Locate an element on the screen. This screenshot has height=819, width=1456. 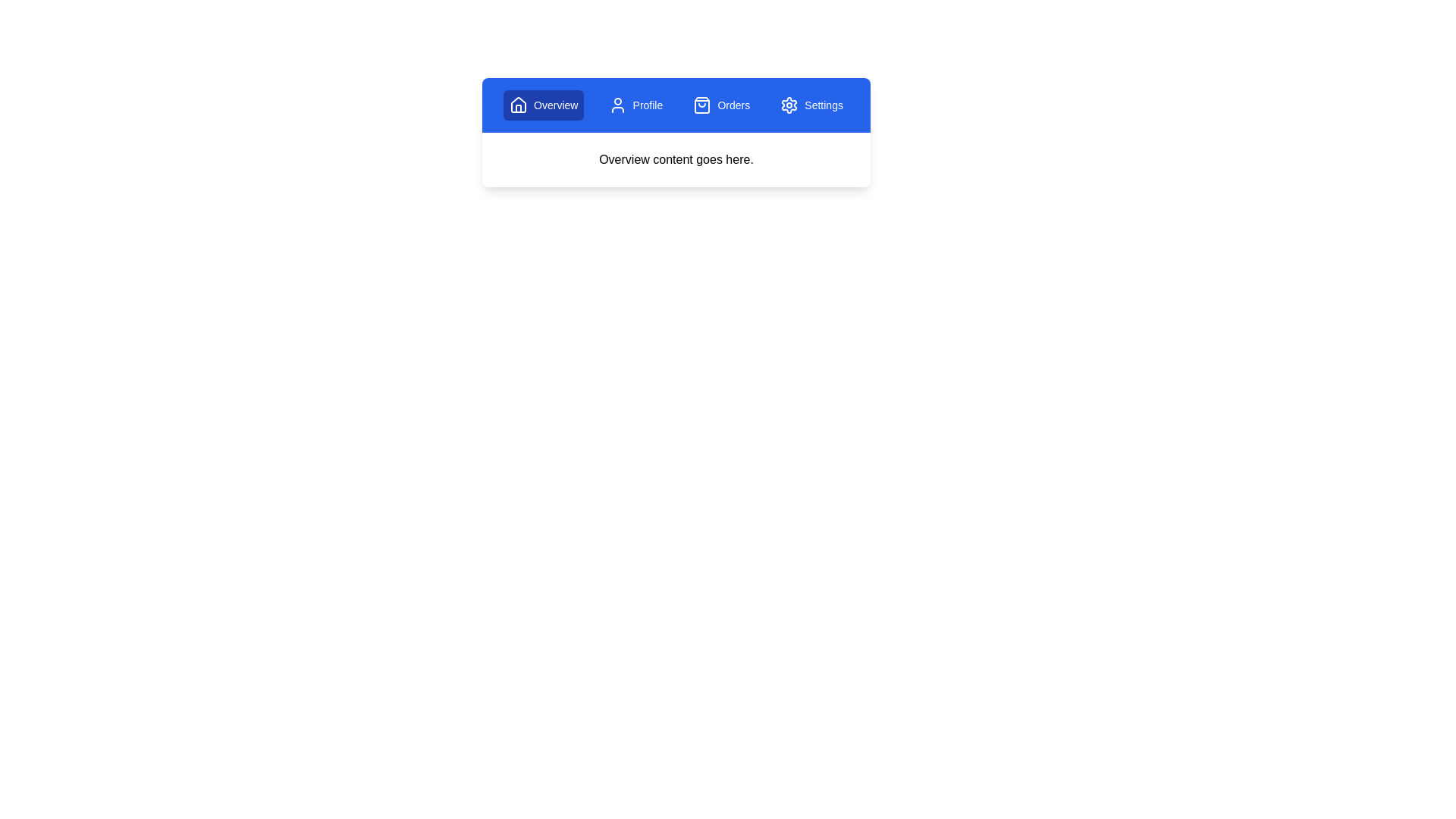
the 'Orders' text label, which is part of a button-like structure in the navigation bar, located between 'Profile' and 'Settings', and next to a shopping bag icon is located at coordinates (733, 104).